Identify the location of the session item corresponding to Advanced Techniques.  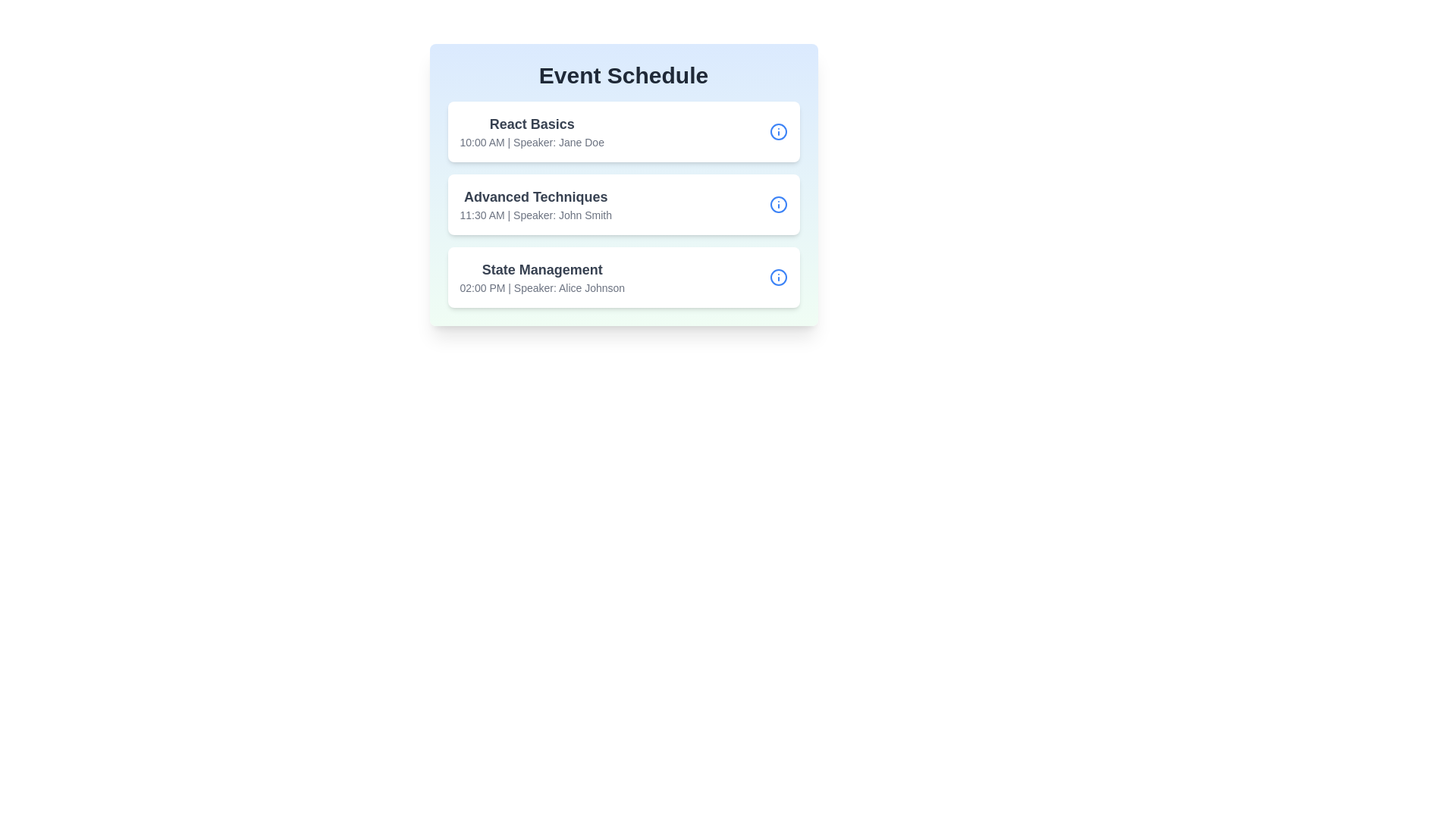
(623, 205).